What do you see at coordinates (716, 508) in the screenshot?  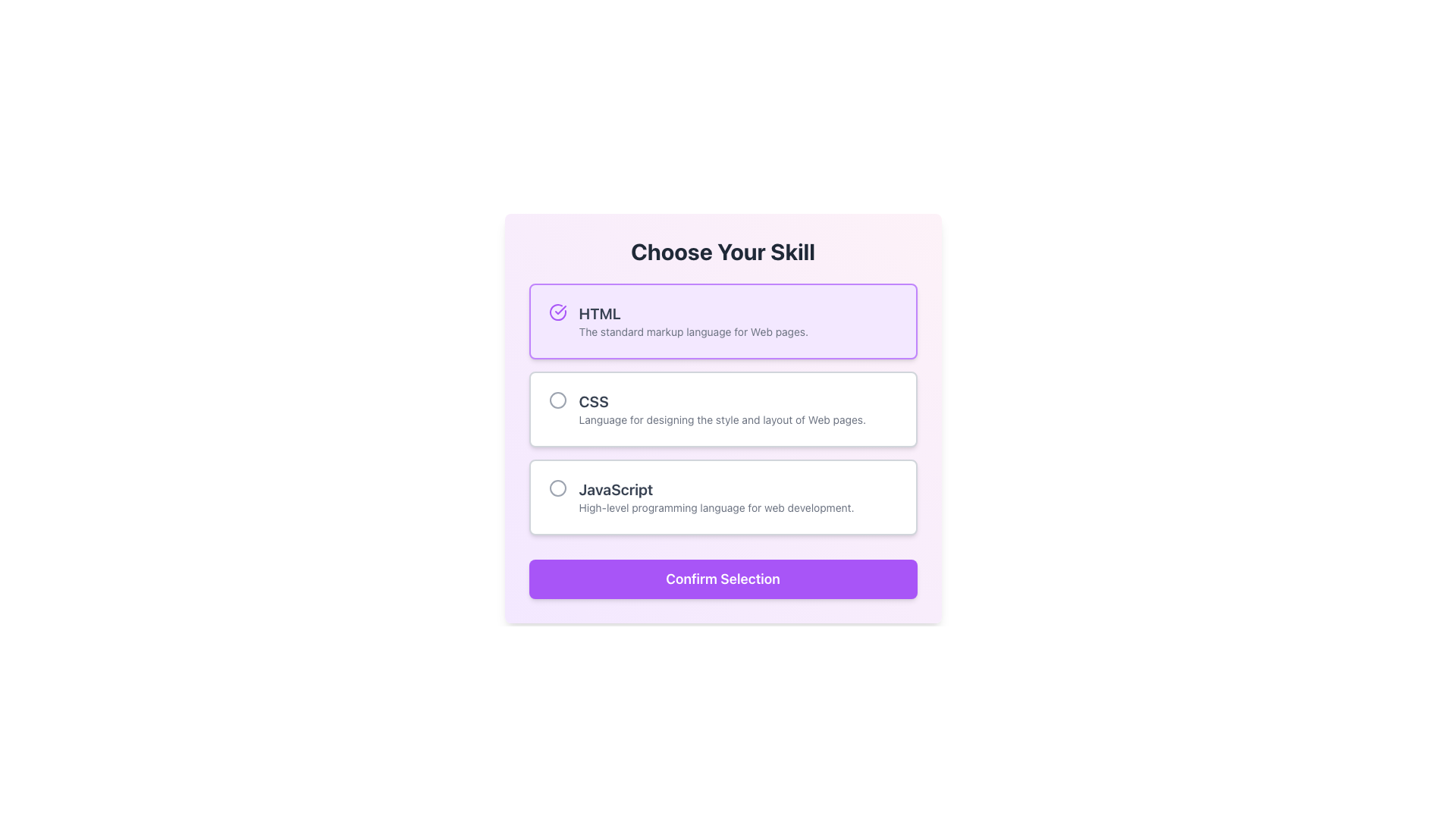 I see `the descriptive text label located underneath the bold header 'JavaScript' within the content card for 'JavaScript'` at bounding box center [716, 508].